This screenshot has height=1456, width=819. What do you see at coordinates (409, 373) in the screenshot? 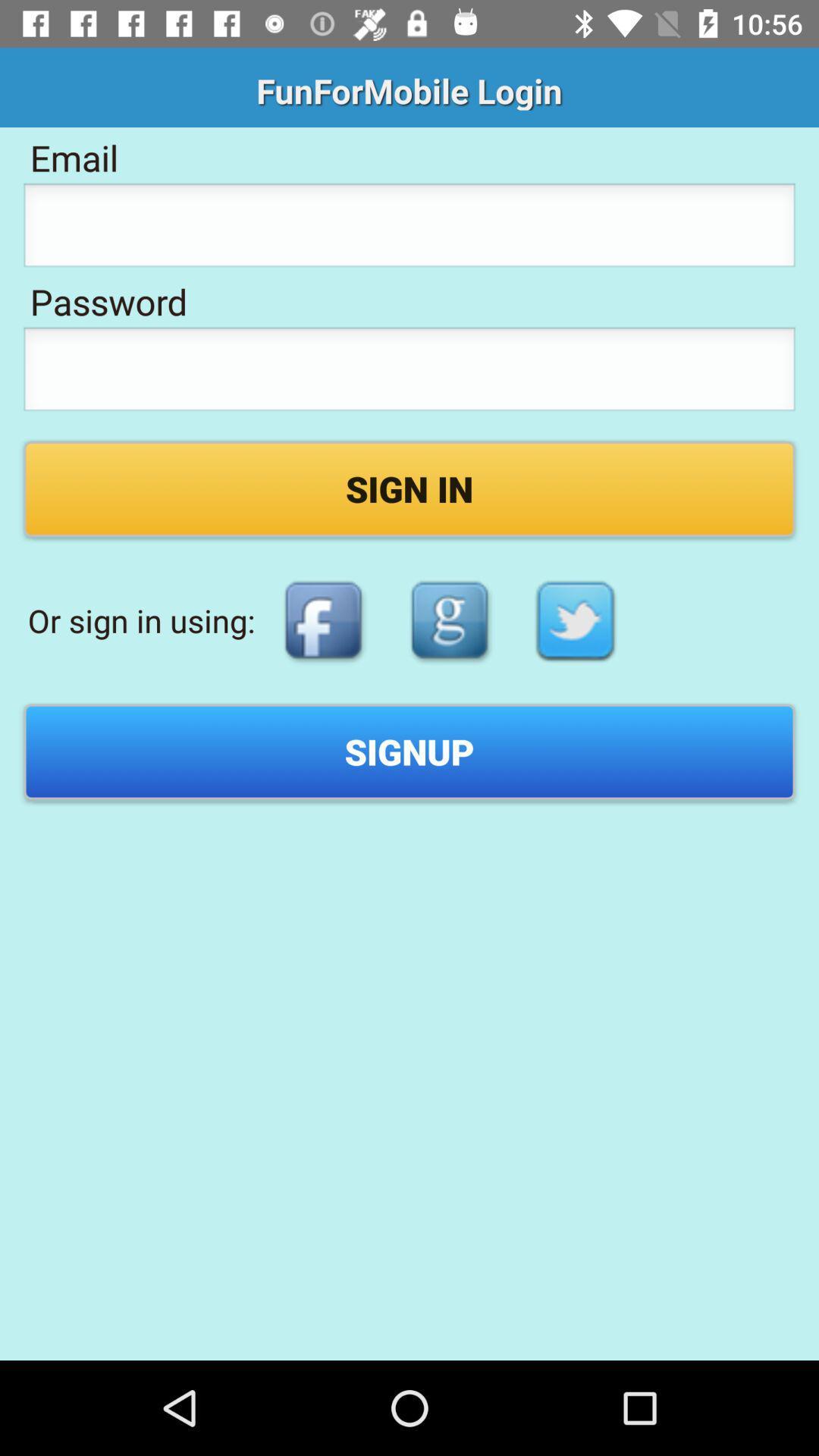
I see `type a password` at bounding box center [409, 373].